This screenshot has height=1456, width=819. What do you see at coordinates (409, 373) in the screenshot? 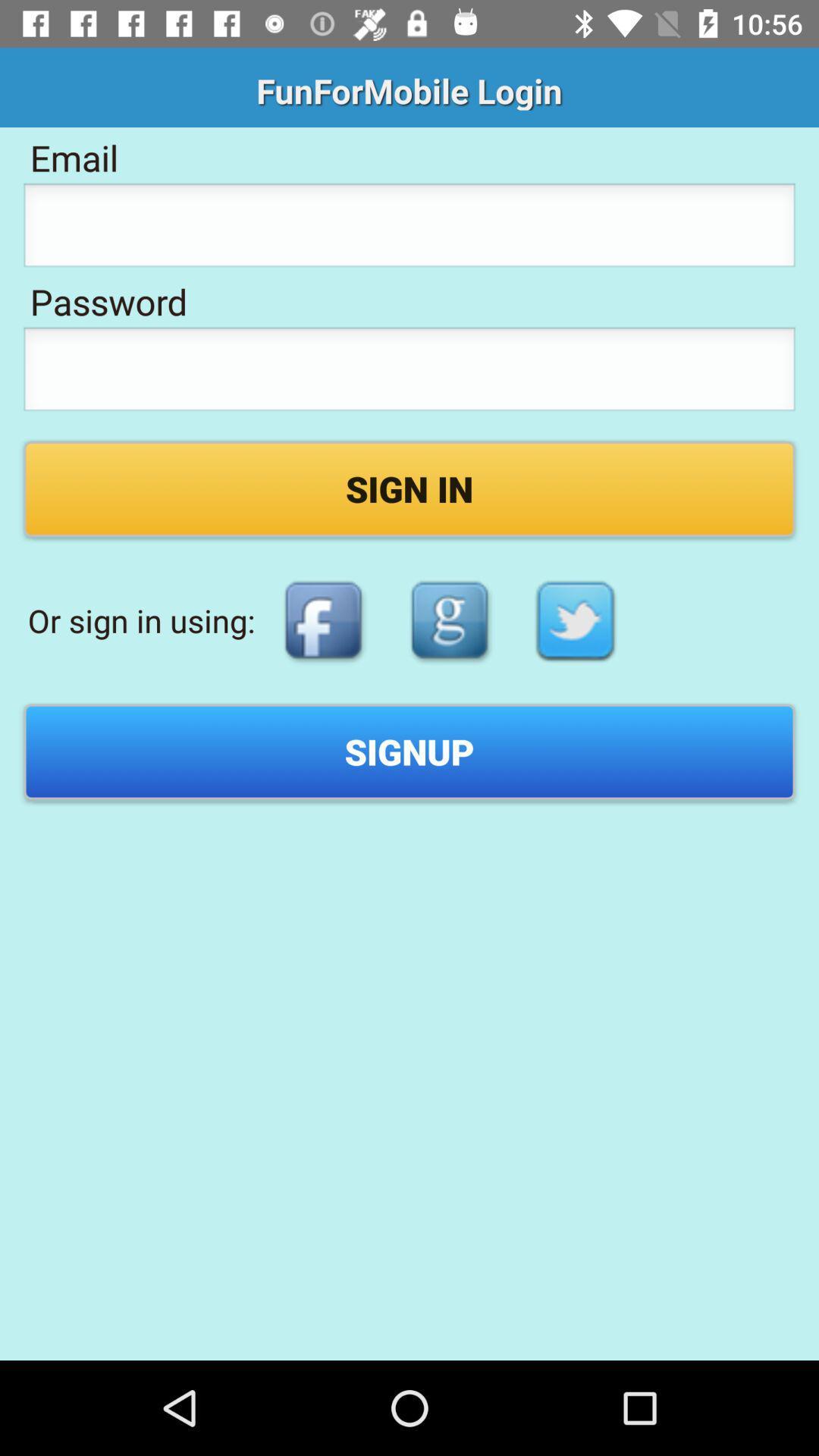
I see `type a password` at bounding box center [409, 373].